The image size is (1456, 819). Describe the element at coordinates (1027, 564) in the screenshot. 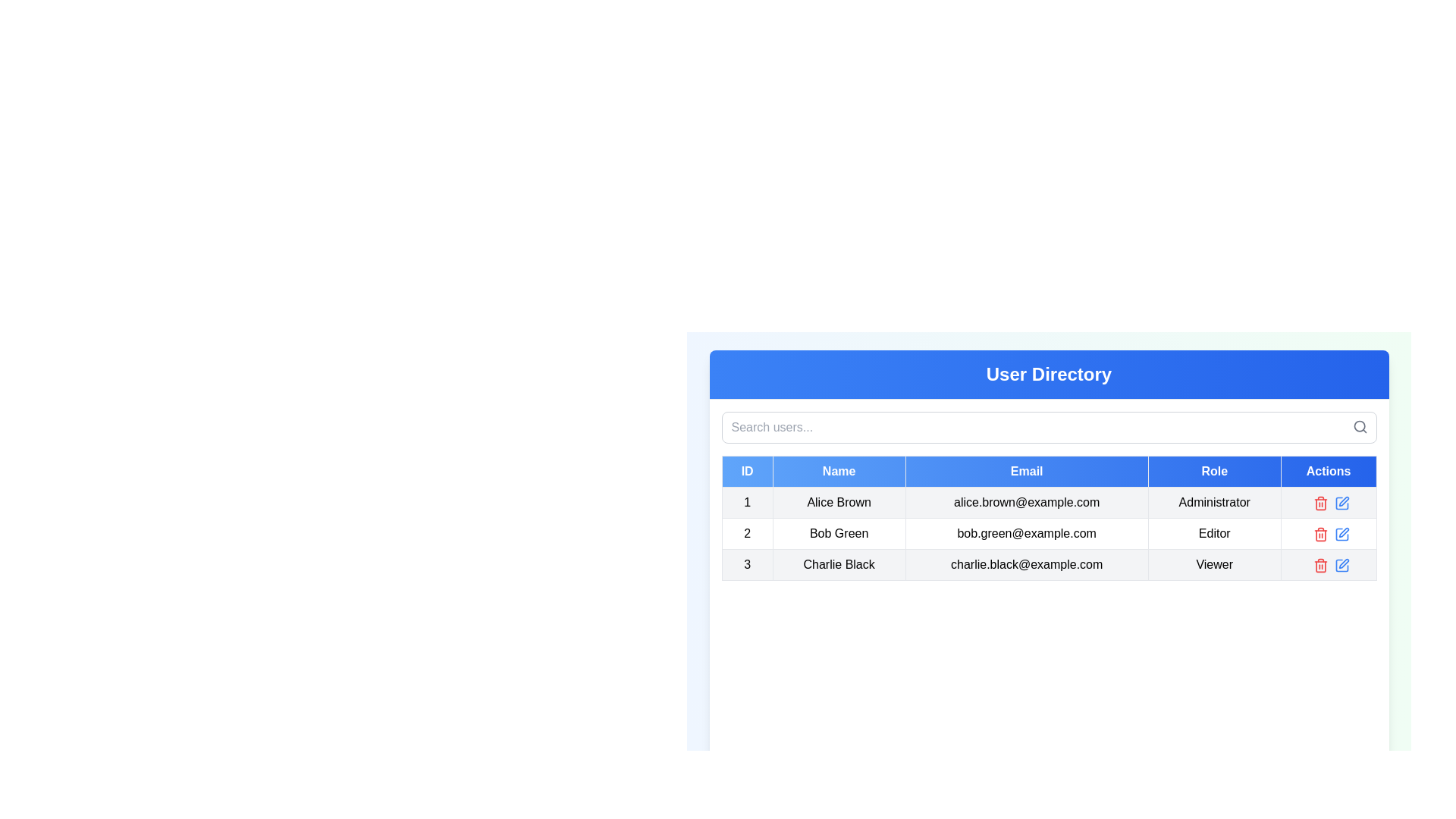

I see `the static text field displaying the email address of the user 'Charlie Black' in the 'User Directory' section, located in the third row of the table` at that location.